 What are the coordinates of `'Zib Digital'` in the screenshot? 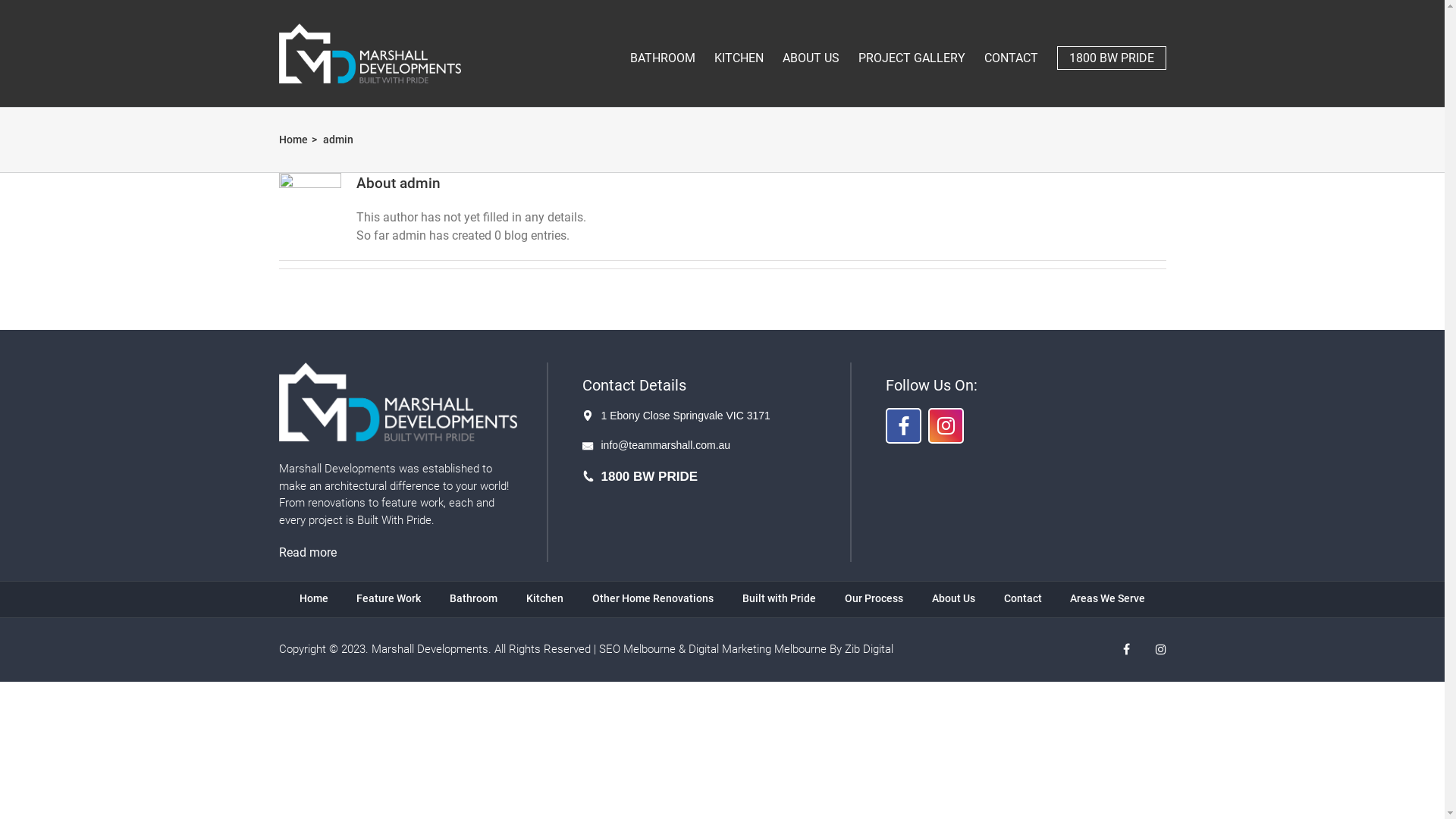 It's located at (843, 648).